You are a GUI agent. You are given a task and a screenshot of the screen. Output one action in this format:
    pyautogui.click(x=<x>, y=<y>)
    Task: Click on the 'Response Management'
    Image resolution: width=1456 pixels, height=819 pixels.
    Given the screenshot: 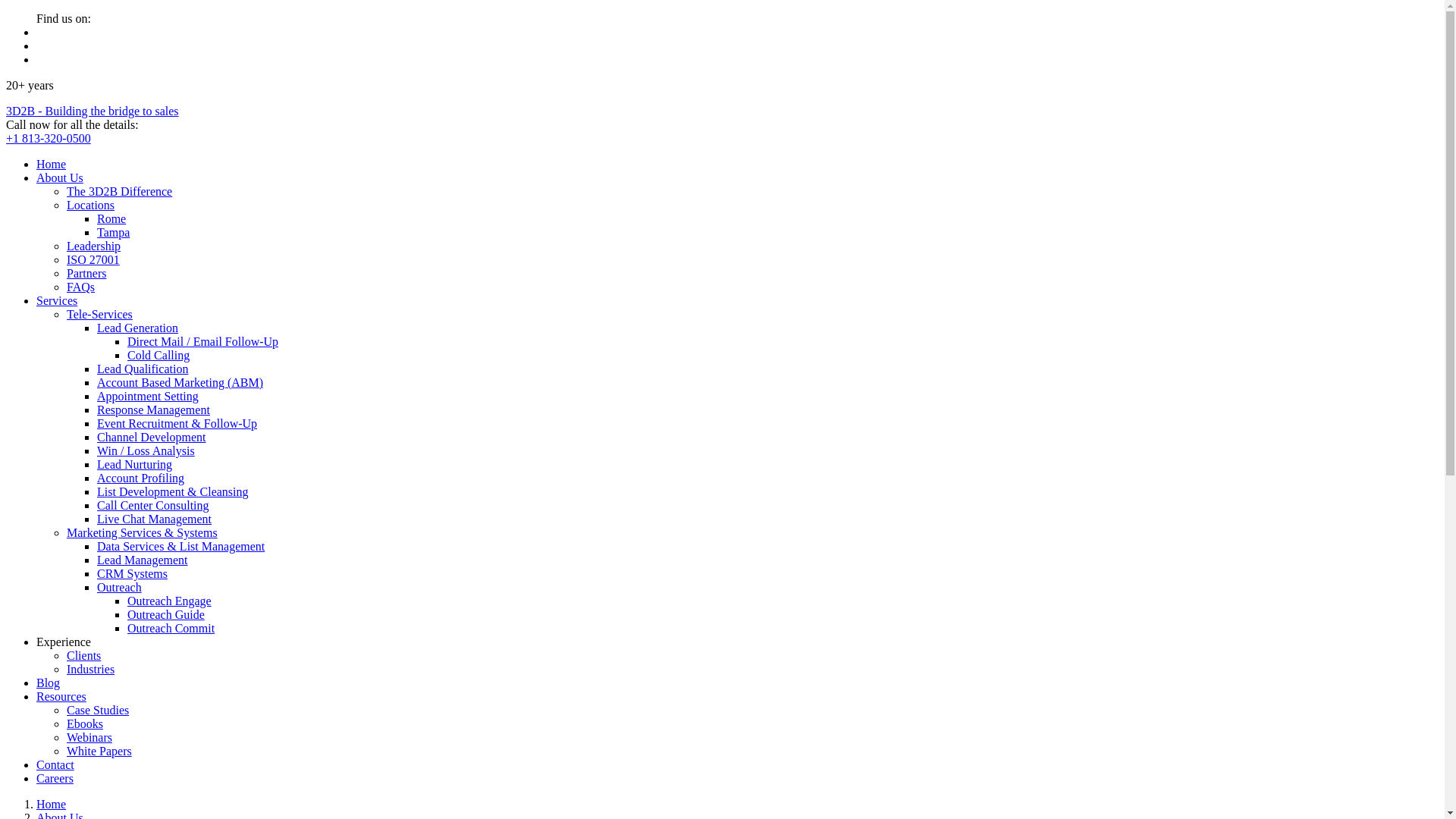 What is the action you would take?
    pyautogui.click(x=153, y=409)
    